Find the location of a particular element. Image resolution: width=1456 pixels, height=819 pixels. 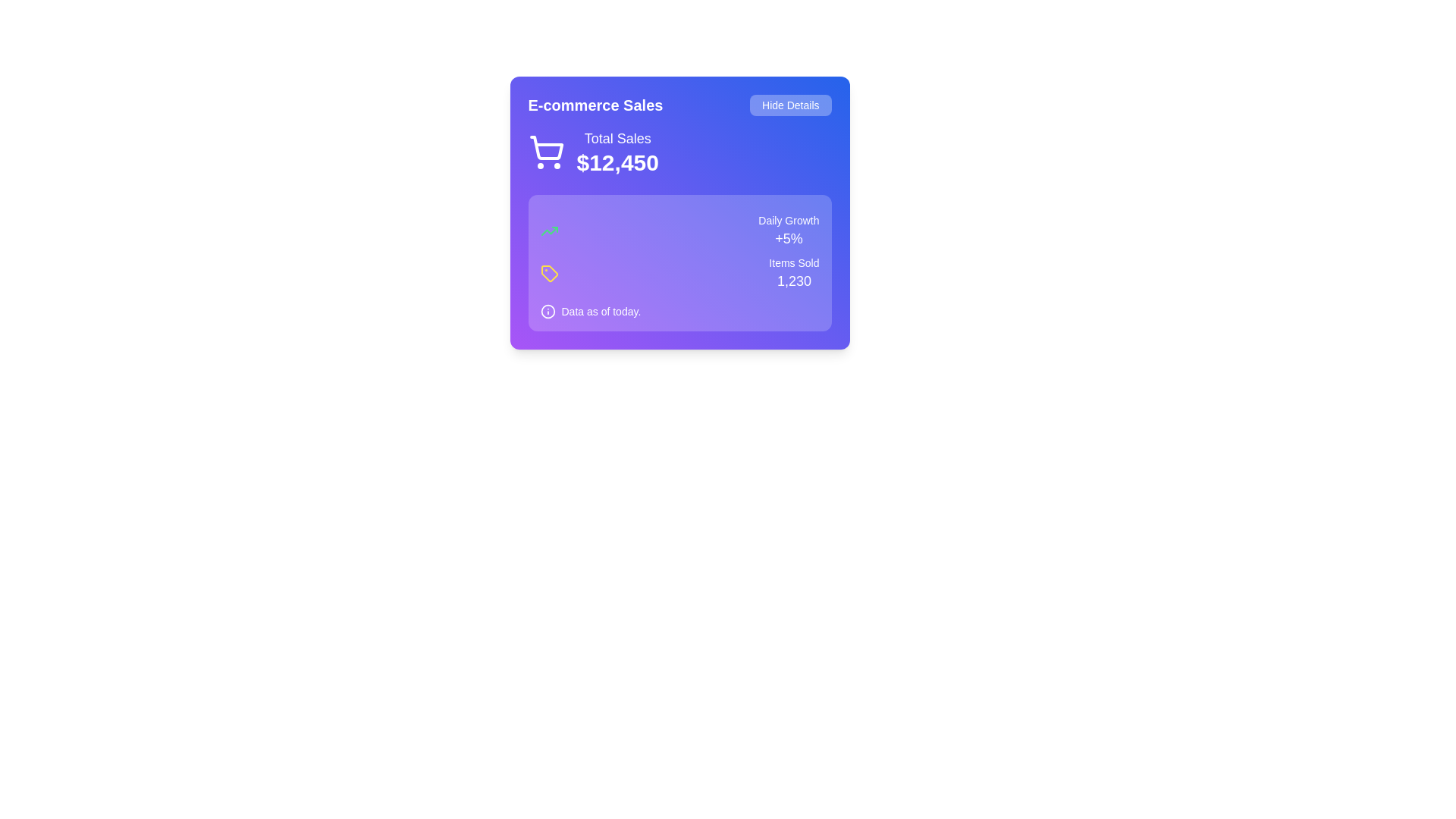

the 'Hide Details' button with a semi-transparent white background and rounded corners is located at coordinates (789, 104).